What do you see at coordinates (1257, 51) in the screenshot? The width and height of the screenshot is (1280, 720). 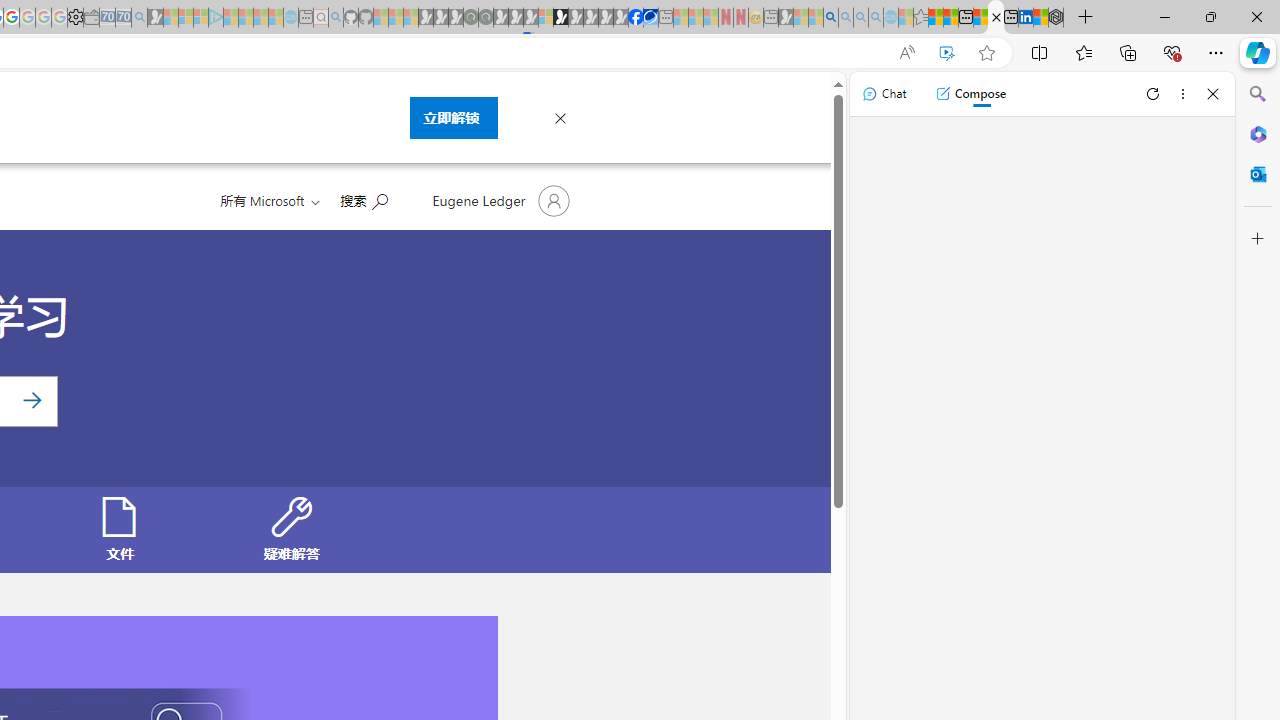 I see `'Copilot (Ctrl+Shift+.)'` at bounding box center [1257, 51].